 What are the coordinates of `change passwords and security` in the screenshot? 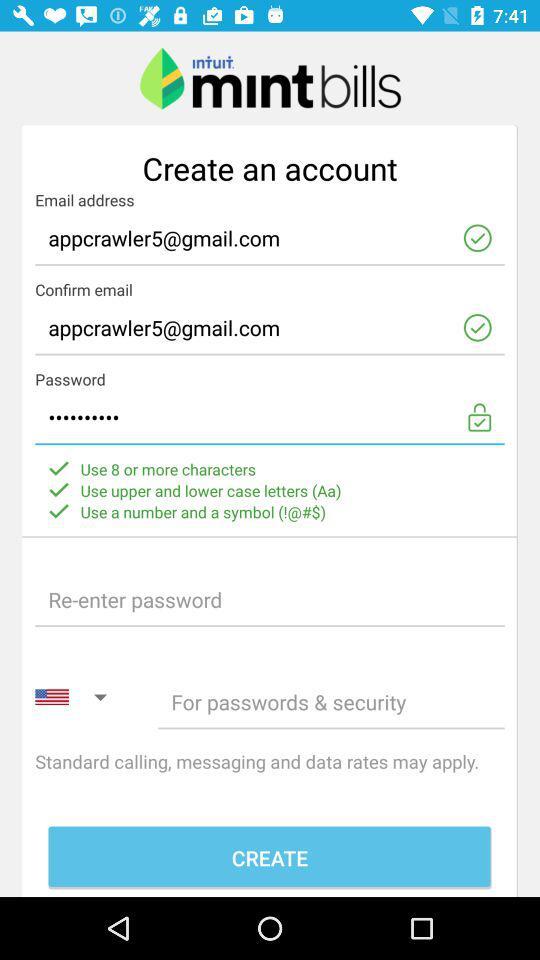 It's located at (331, 701).